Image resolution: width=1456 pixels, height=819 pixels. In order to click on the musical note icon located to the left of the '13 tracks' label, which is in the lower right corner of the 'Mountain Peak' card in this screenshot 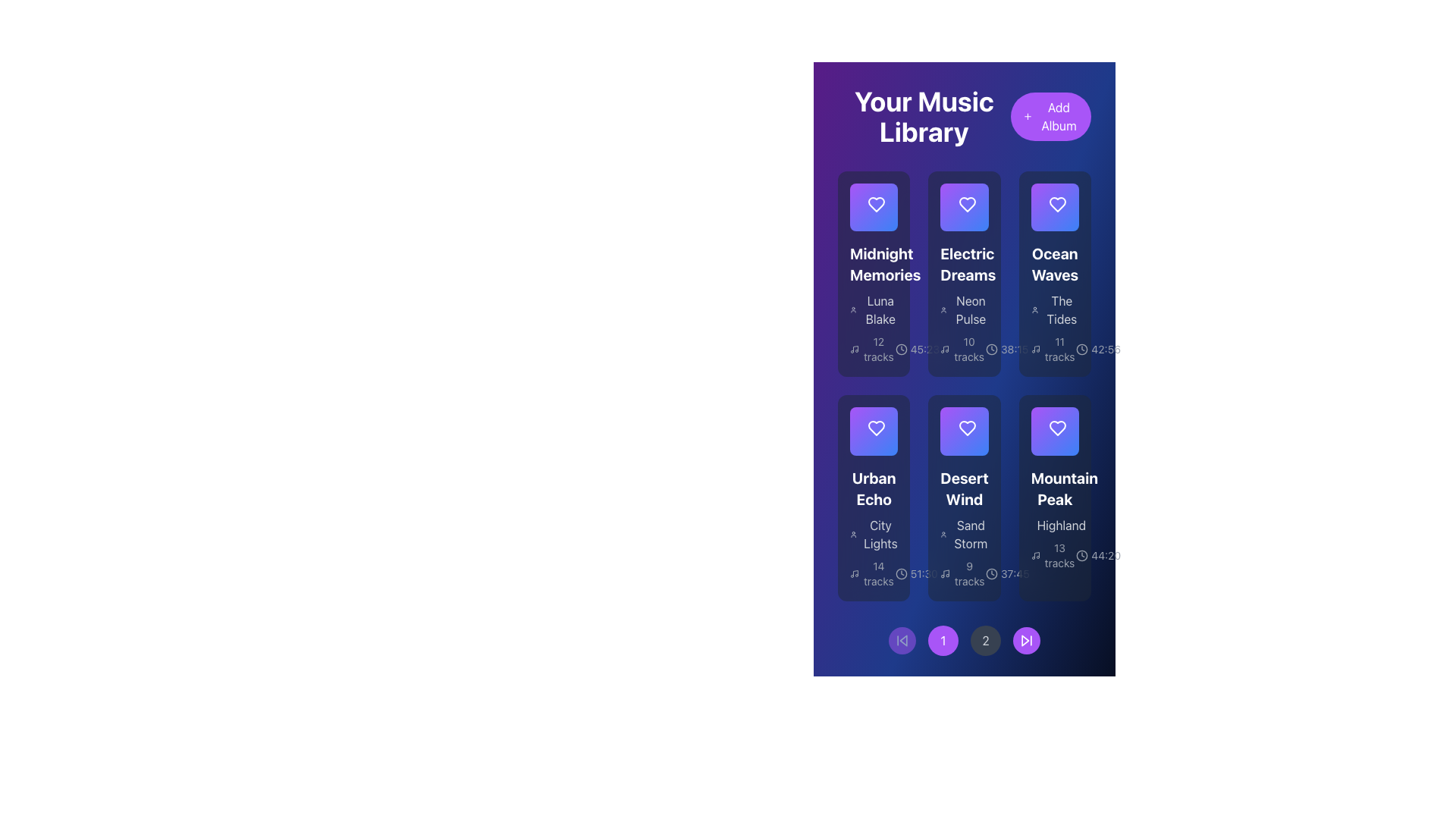, I will do `click(1034, 555)`.